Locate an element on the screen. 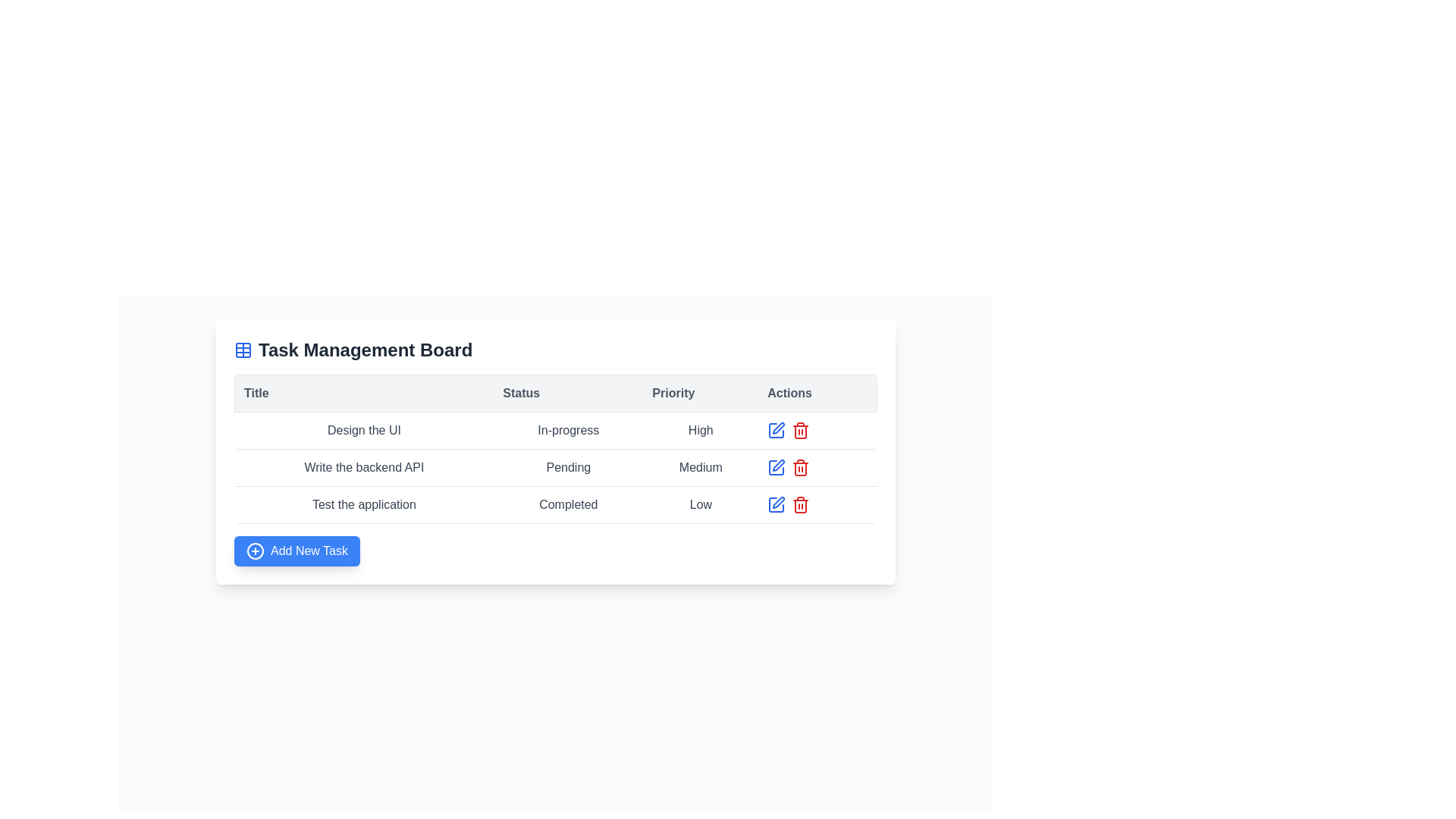  the delete icon located in the rightmost column labeled 'Actions' adjacent to the 'Write the backend API' task is located at coordinates (800, 467).